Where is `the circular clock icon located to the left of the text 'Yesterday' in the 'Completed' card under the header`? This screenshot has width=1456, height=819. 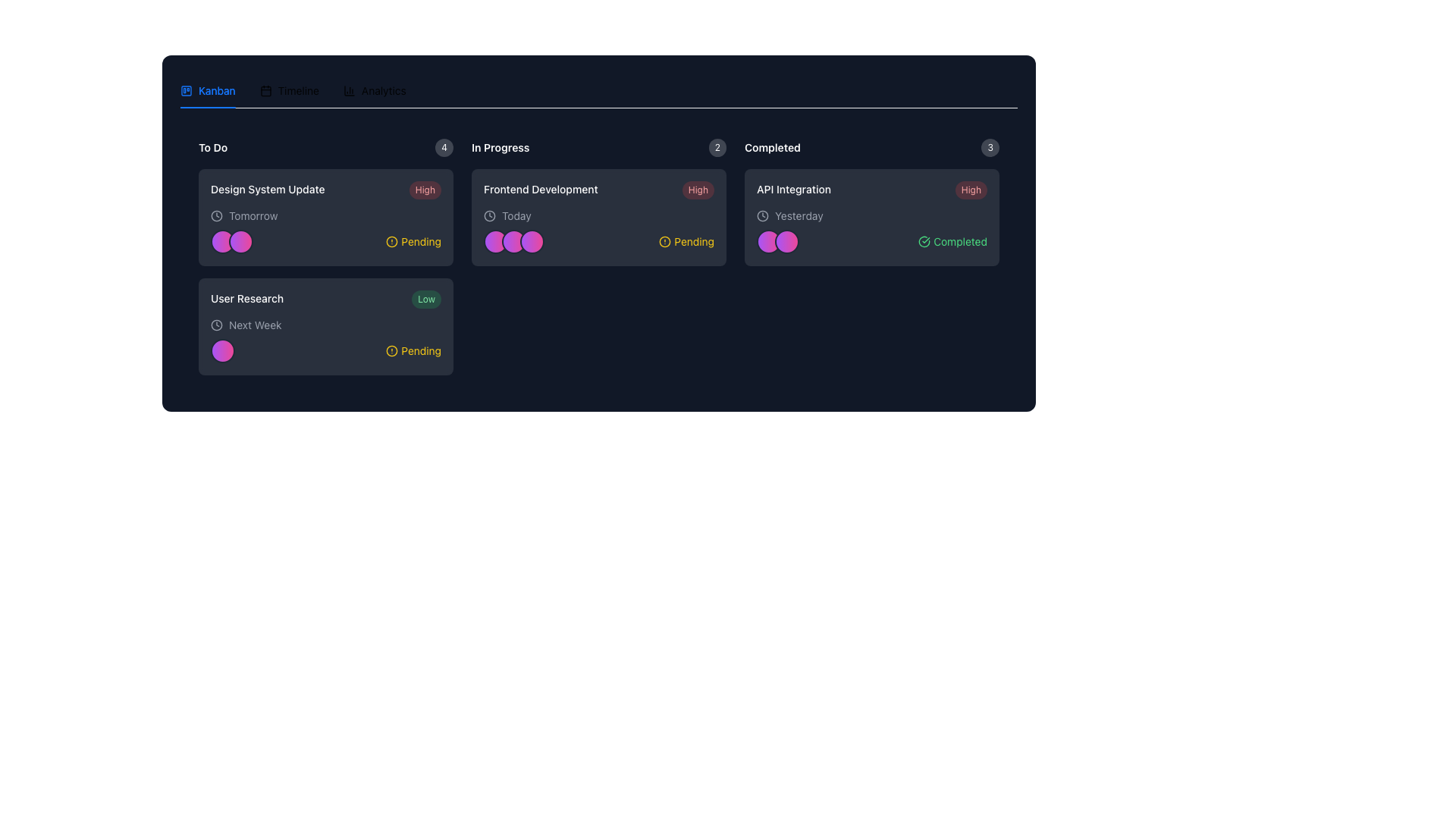 the circular clock icon located to the left of the text 'Yesterday' in the 'Completed' card under the header is located at coordinates (763, 216).